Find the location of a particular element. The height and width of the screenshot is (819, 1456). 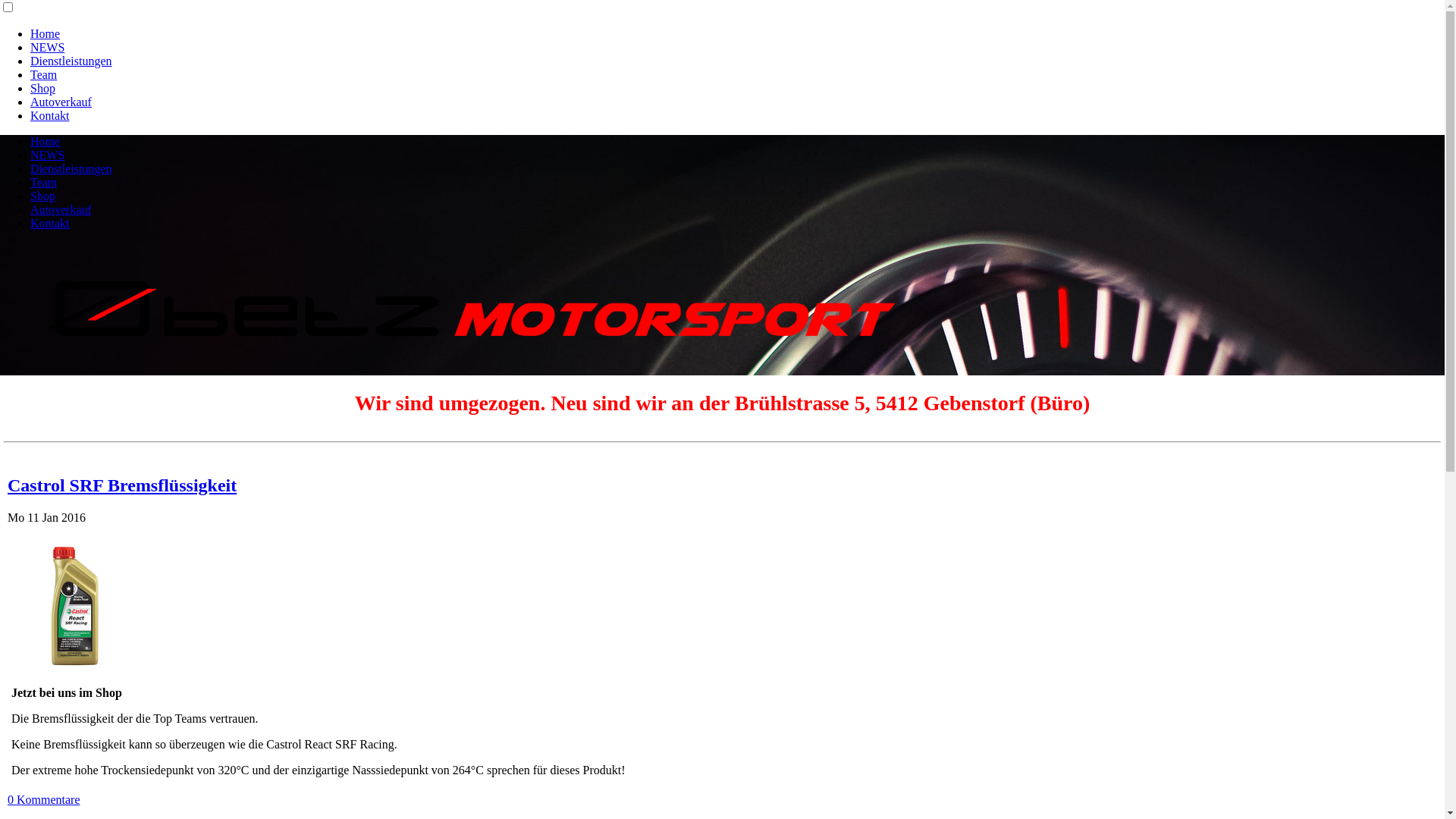

'Autoverkauf' is located at coordinates (61, 102).